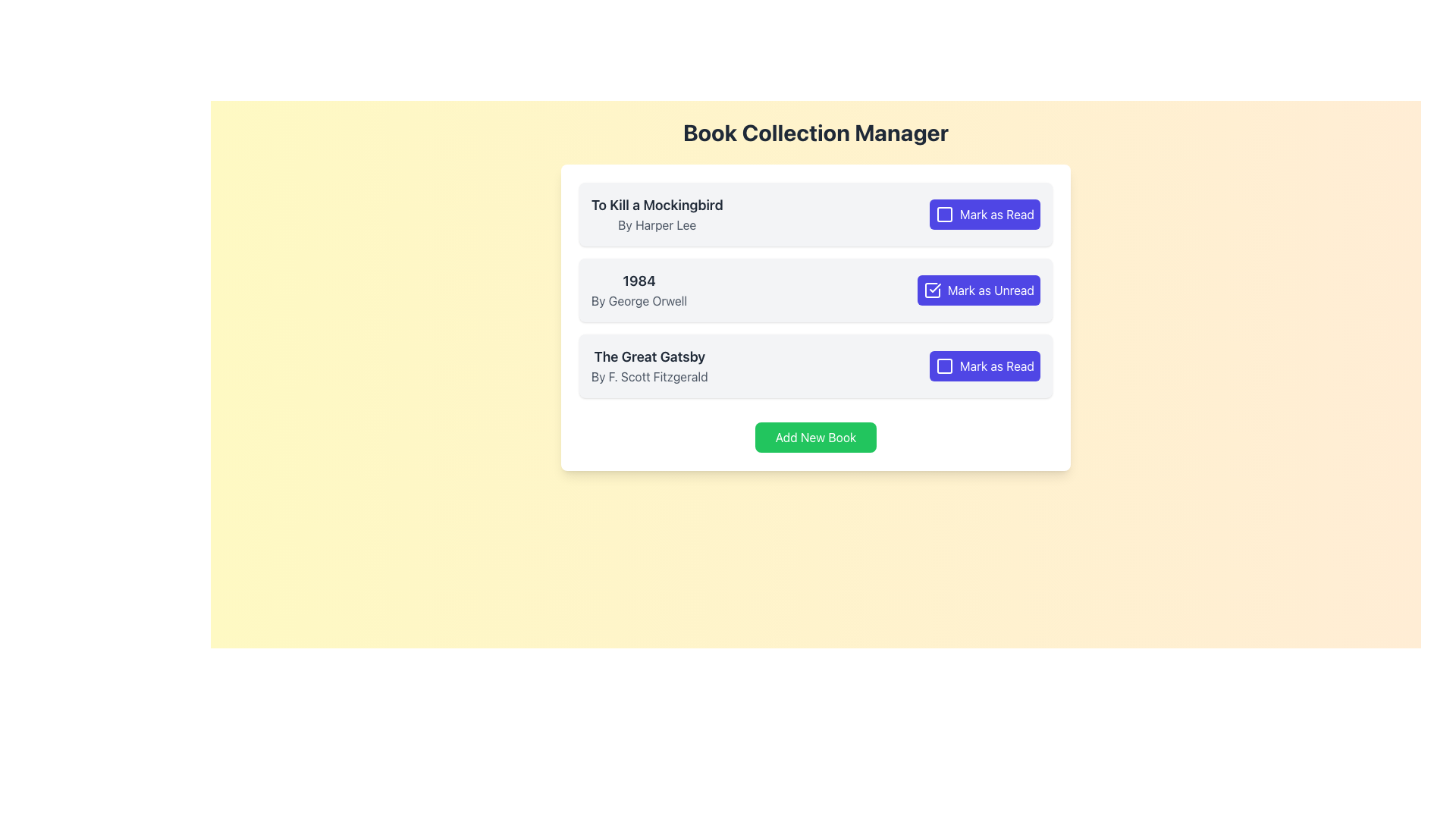 This screenshot has height=819, width=1456. I want to click on the title of the book displayed in the list of book entries, located above the text 'By Harper Lee' within the Book Collection Manager card, so click(657, 205).